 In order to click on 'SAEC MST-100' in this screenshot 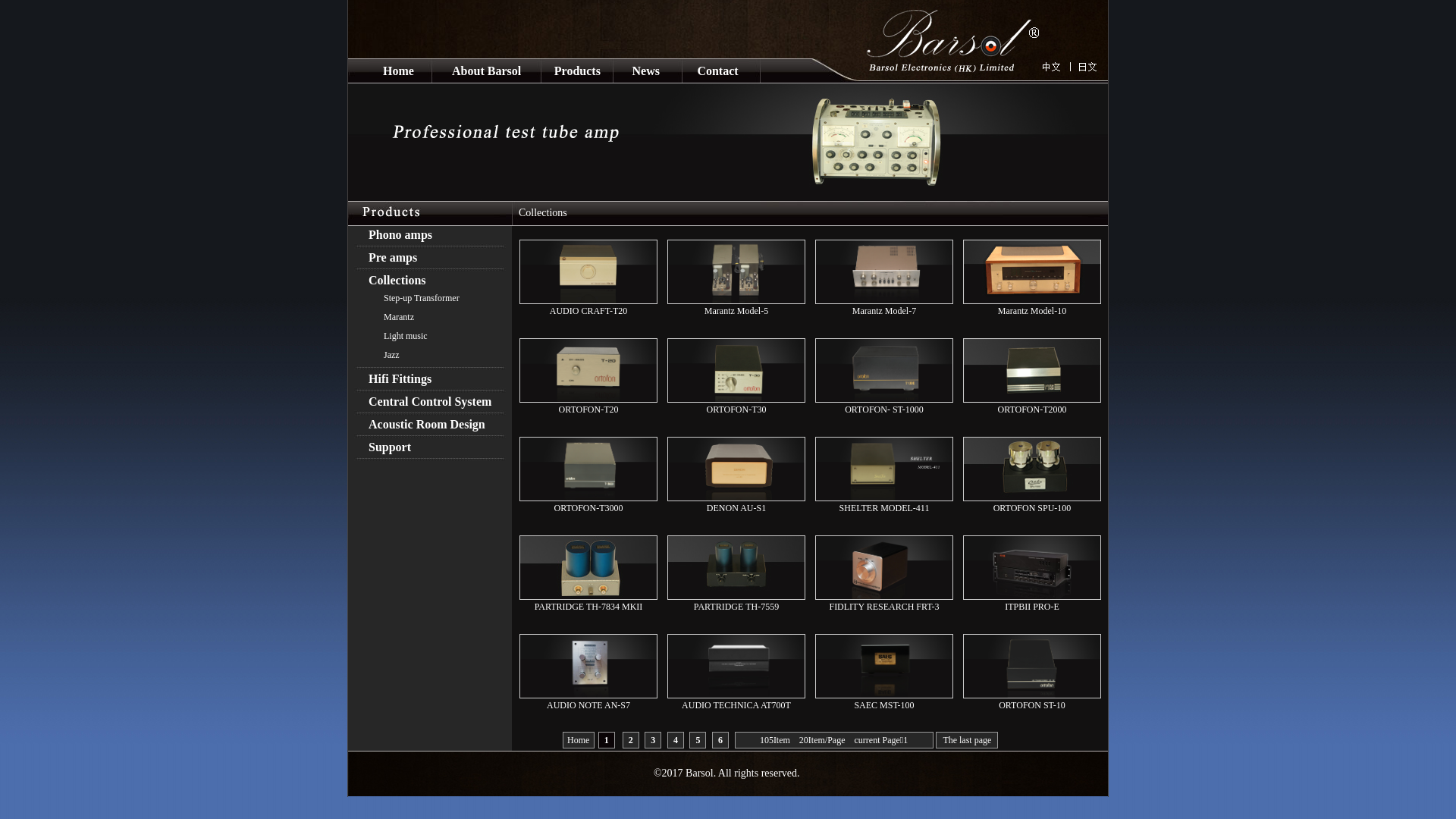, I will do `click(883, 704)`.